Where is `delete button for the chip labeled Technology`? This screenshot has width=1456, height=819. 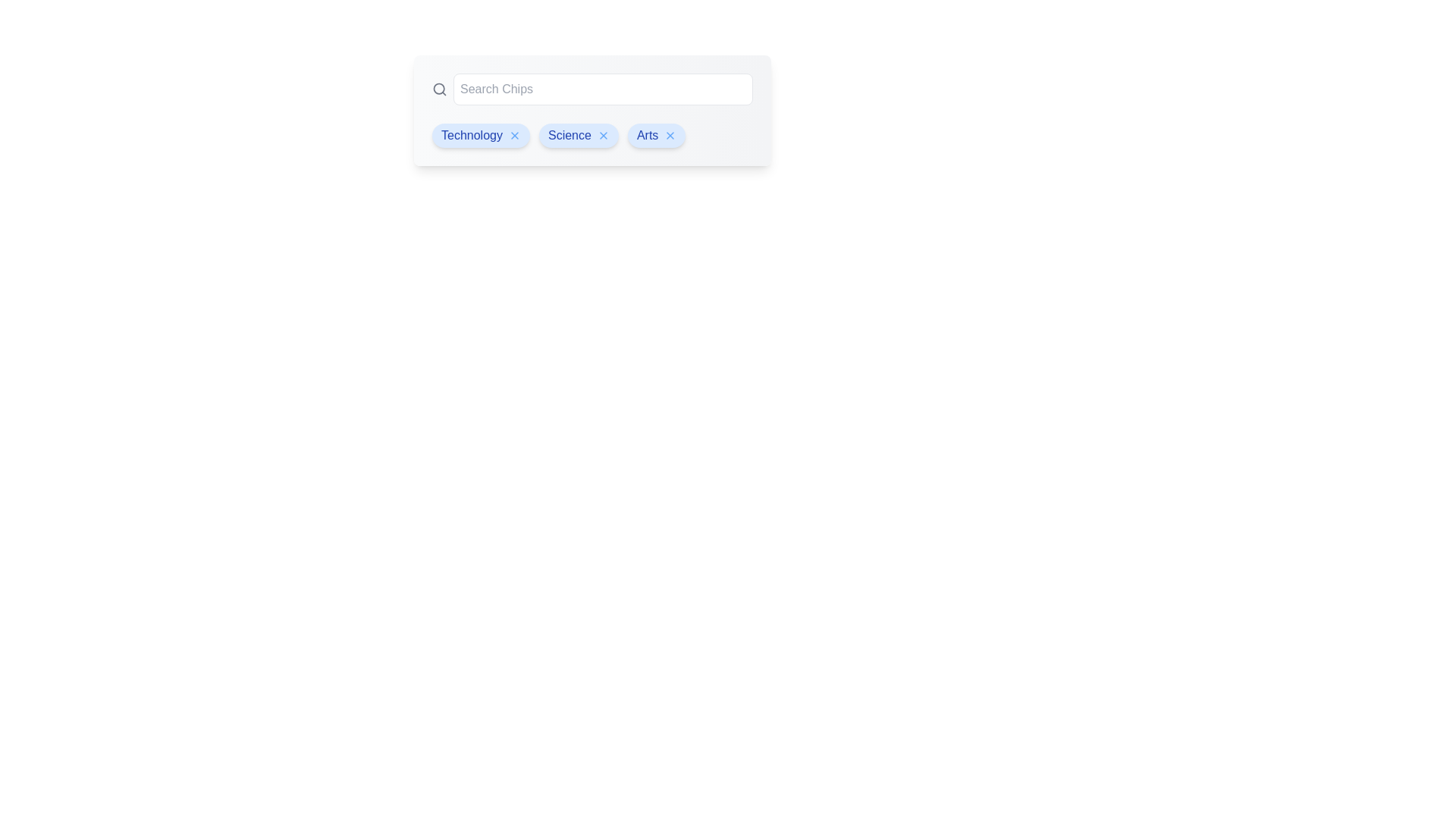 delete button for the chip labeled Technology is located at coordinates (514, 134).